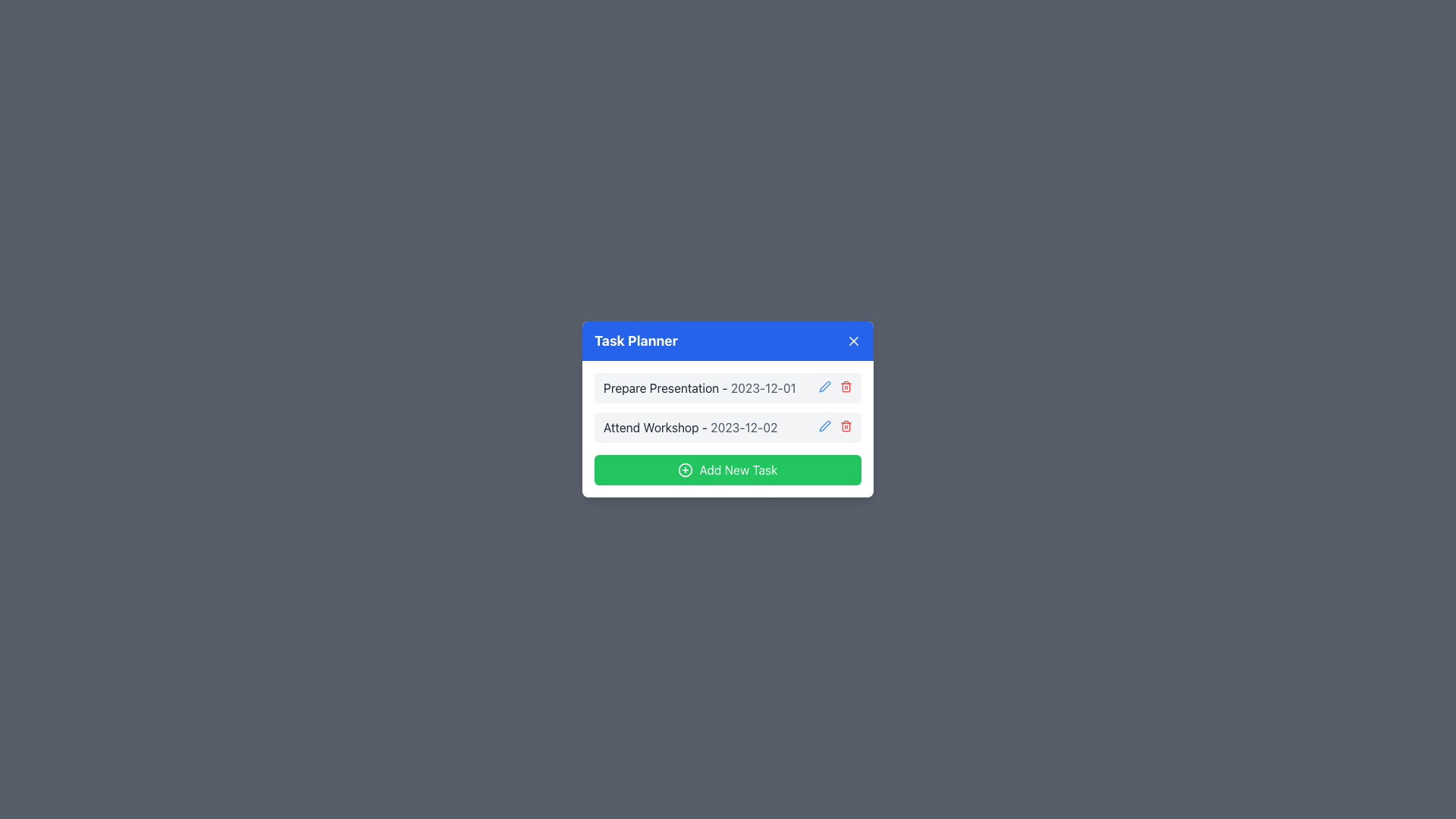  What do you see at coordinates (739, 469) in the screenshot?
I see `text label that indicates the button for adding a new task to the planner, which is centered within the green button at the bottom of the 'Task Planner' dialog` at bounding box center [739, 469].